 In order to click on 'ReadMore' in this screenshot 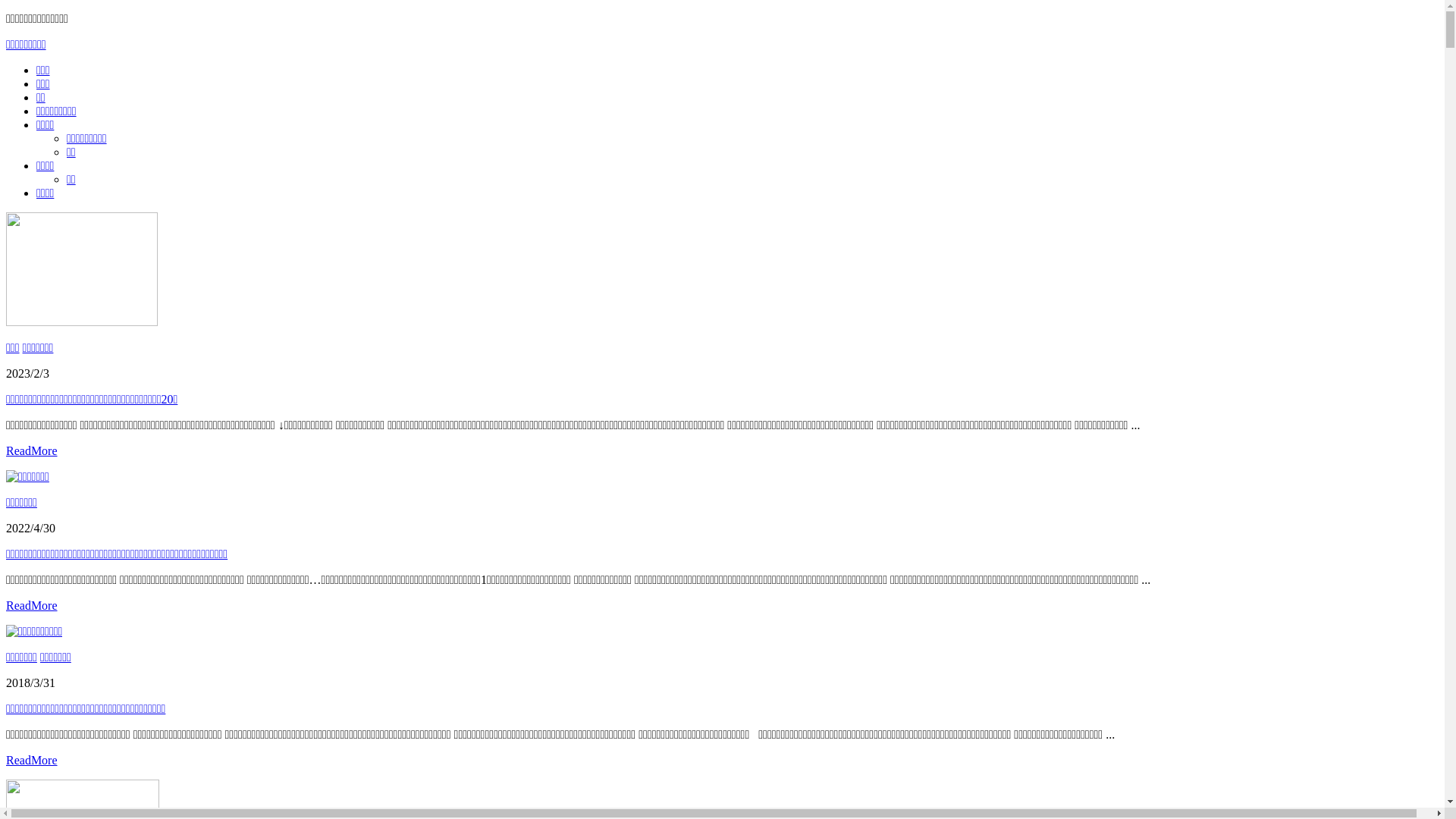, I will do `click(32, 760)`.